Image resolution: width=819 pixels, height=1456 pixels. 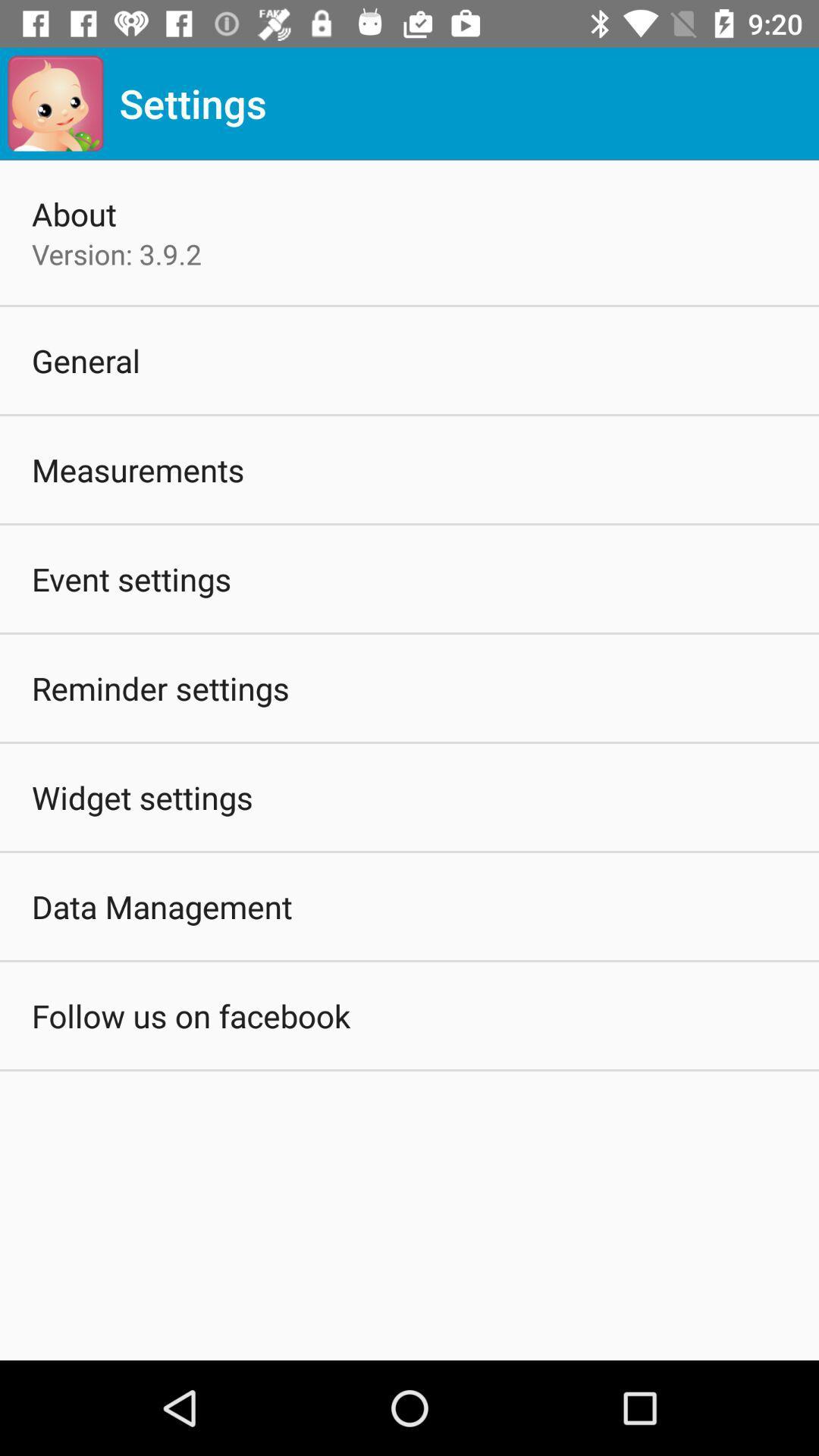 What do you see at coordinates (55, 102) in the screenshot?
I see `app to the left of the settings` at bounding box center [55, 102].